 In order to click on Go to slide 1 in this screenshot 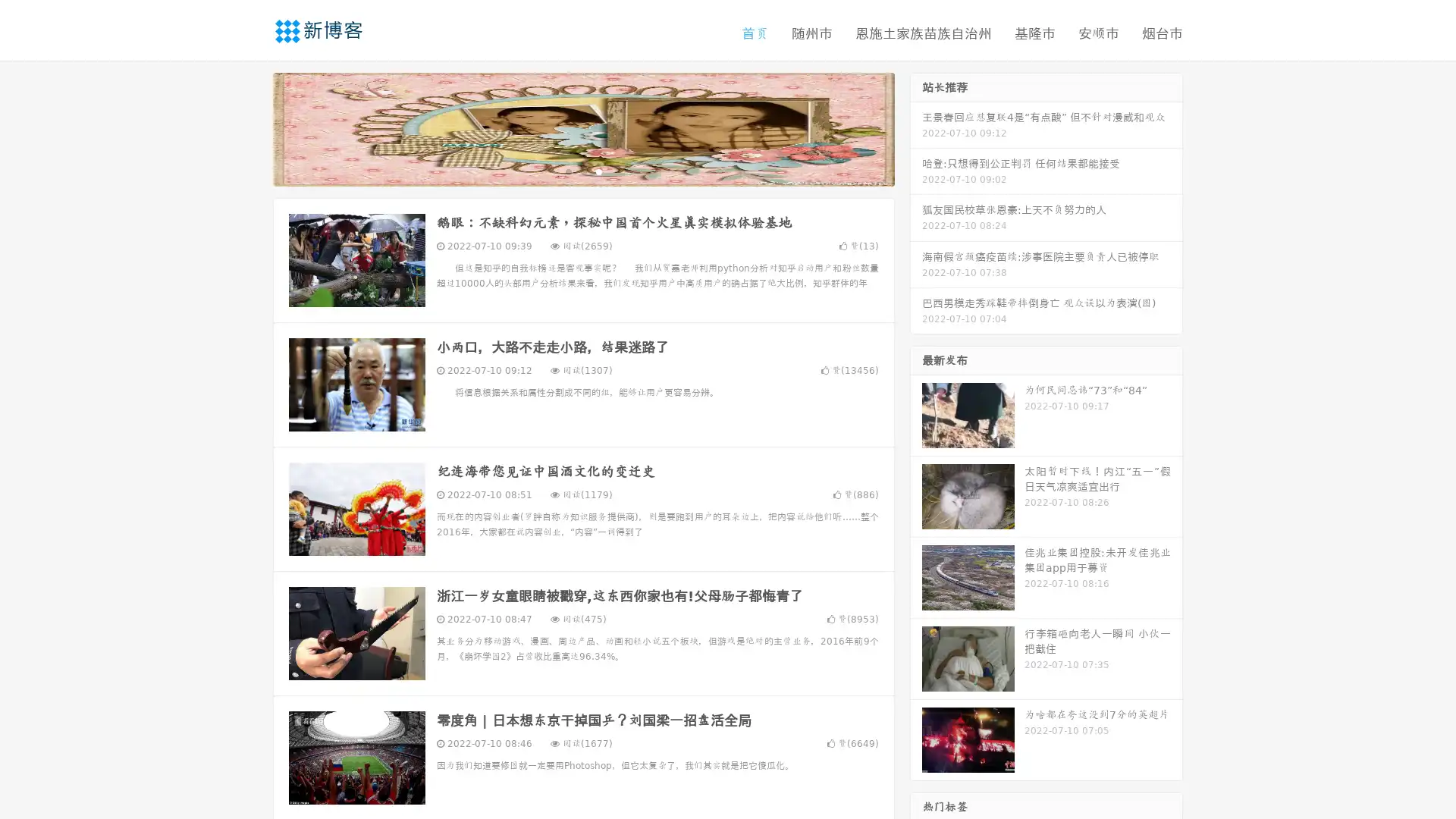, I will do `click(567, 171)`.